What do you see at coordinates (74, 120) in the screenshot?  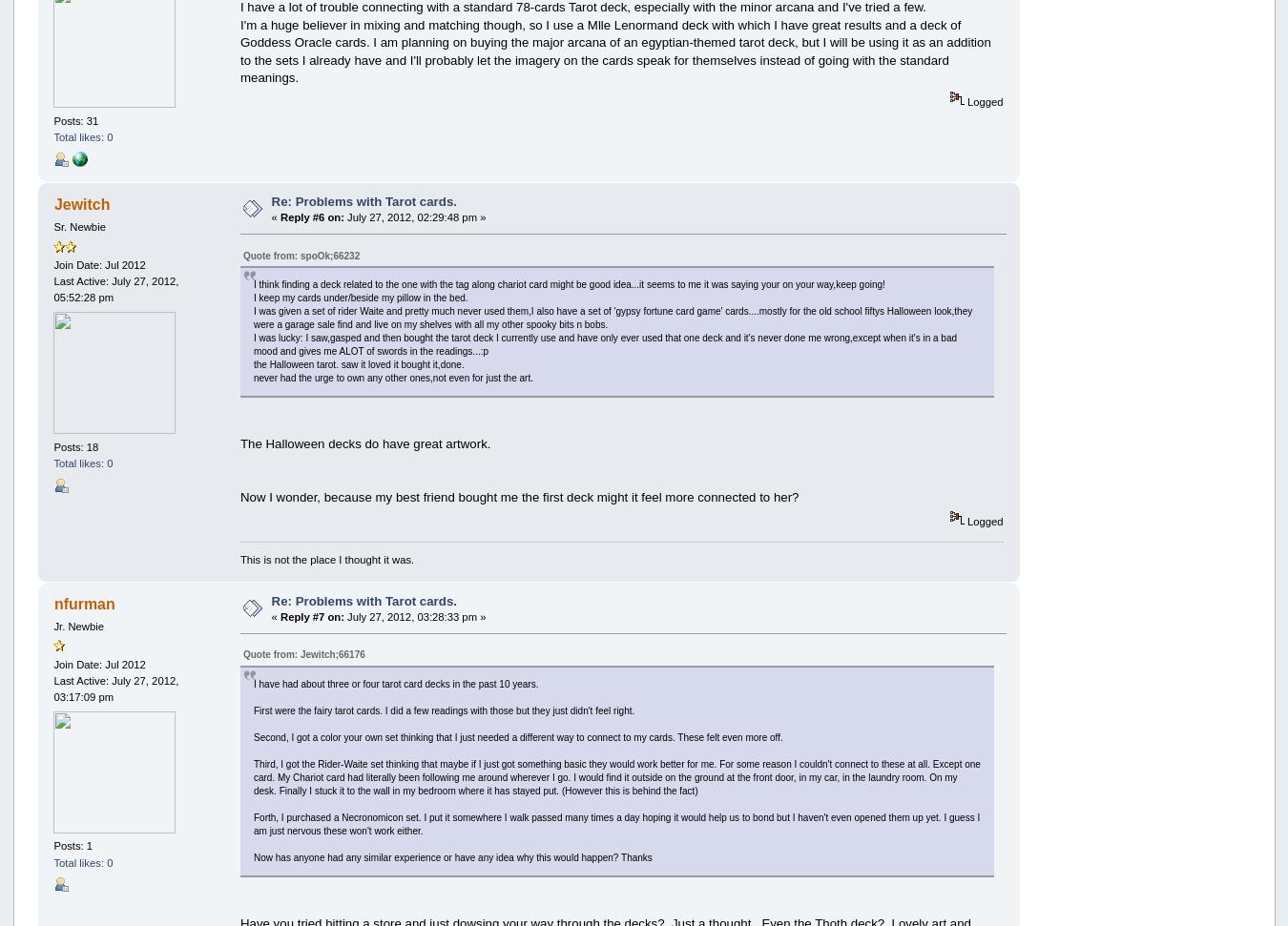 I see `'Posts: 31'` at bounding box center [74, 120].